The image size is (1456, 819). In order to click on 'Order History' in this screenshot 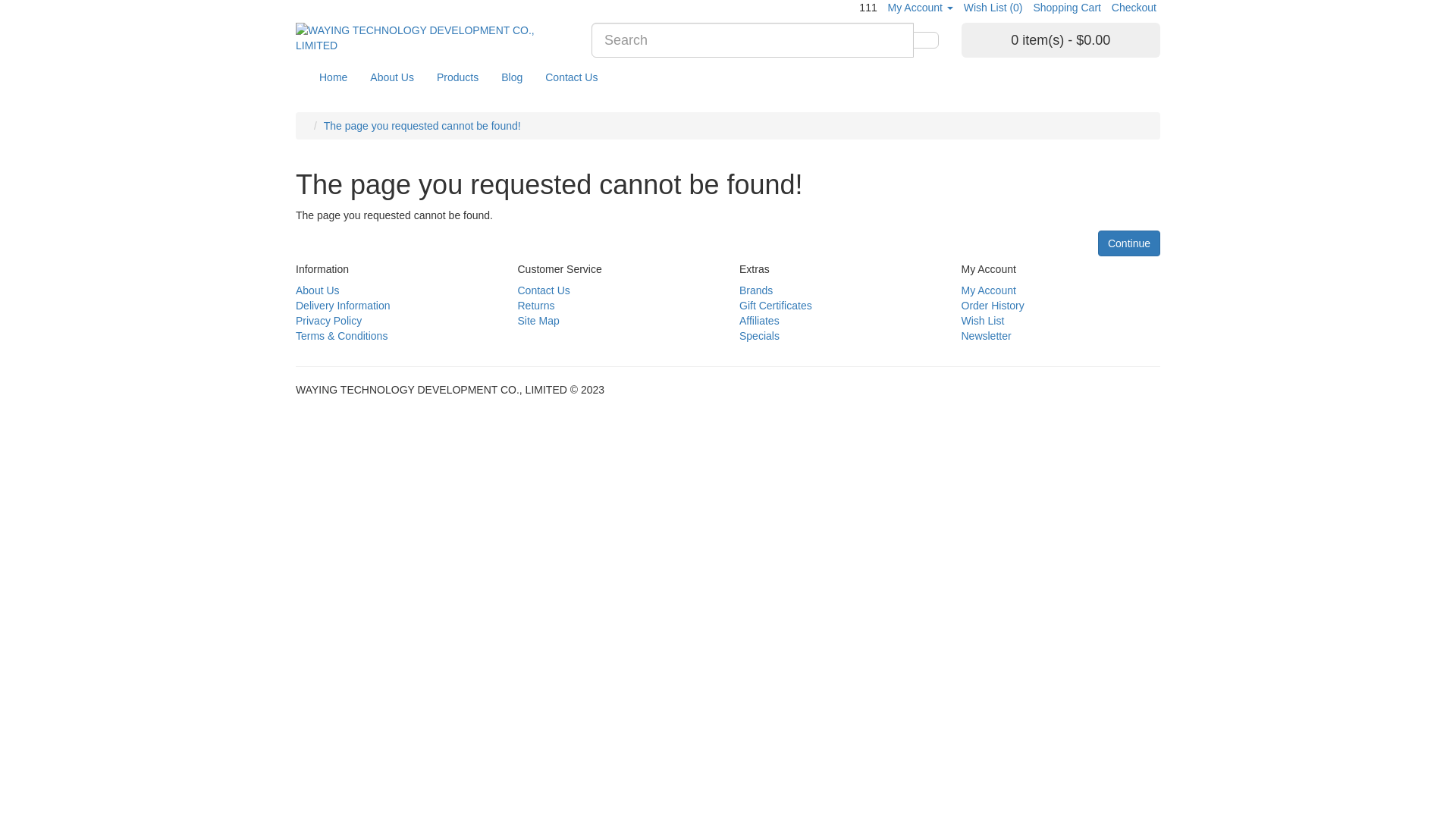, I will do `click(993, 305)`.